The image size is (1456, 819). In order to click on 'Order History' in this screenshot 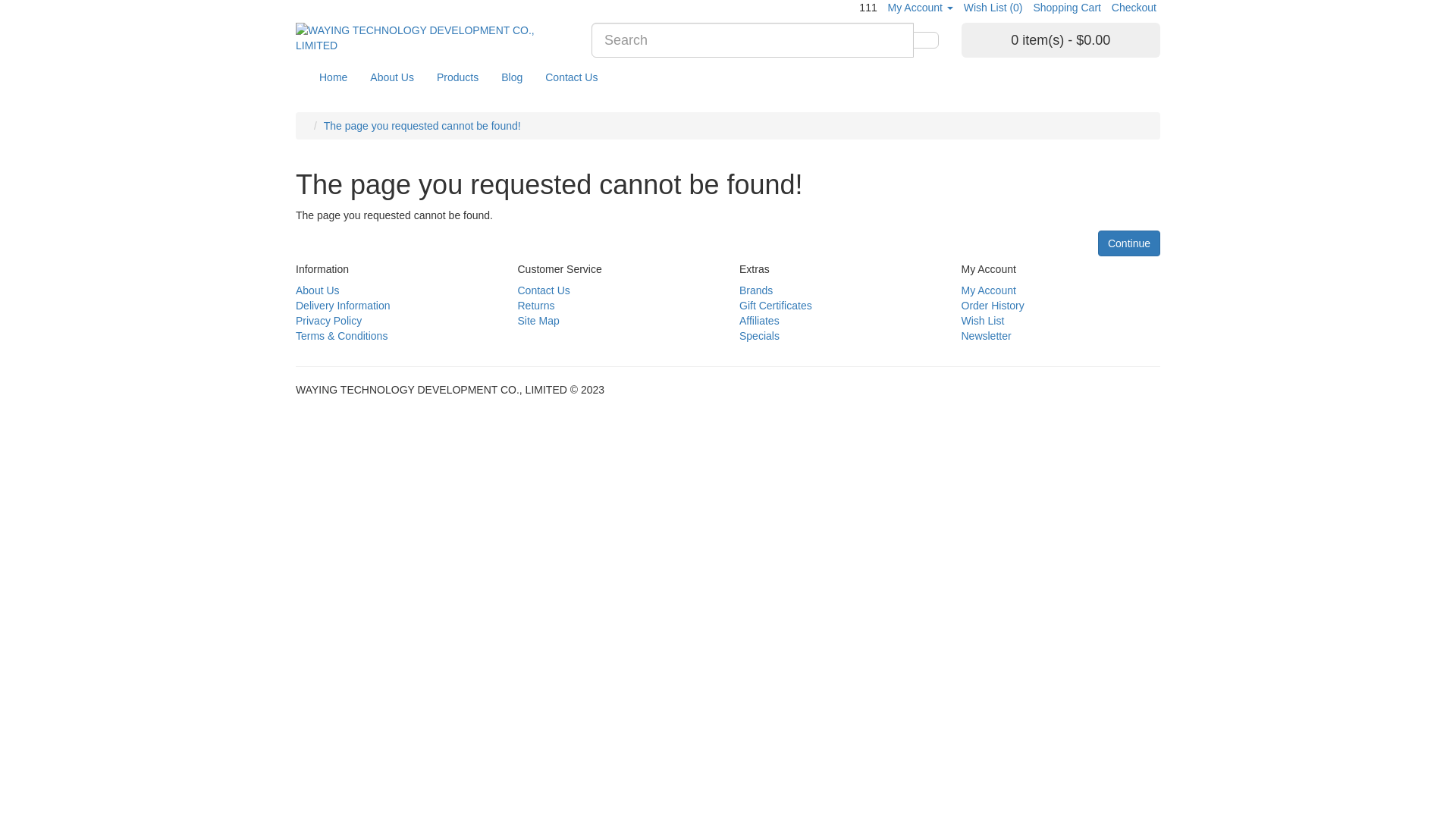, I will do `click(993, 305)`.